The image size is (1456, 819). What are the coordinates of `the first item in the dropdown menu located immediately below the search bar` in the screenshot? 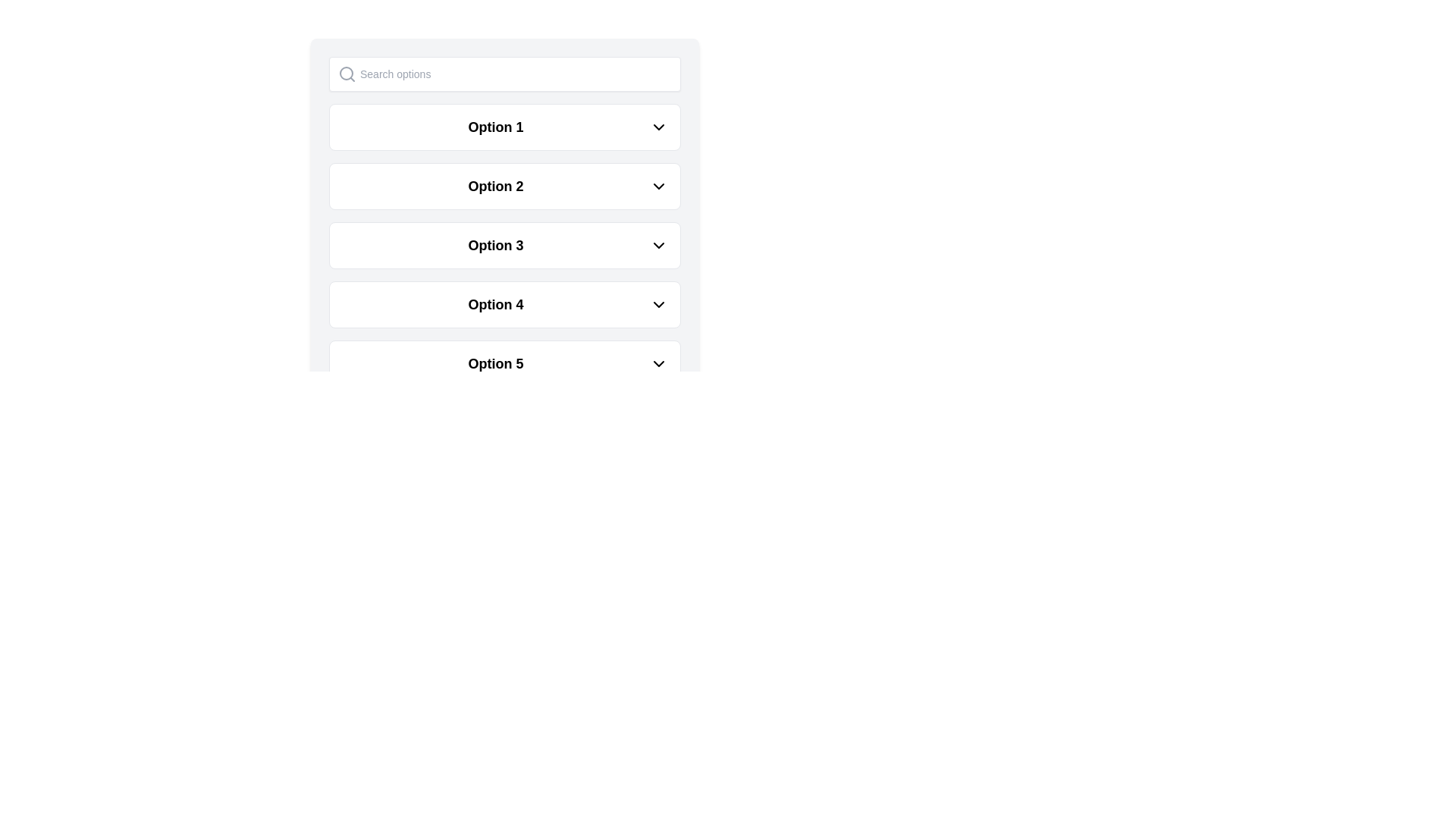 It's located at (505, 127).